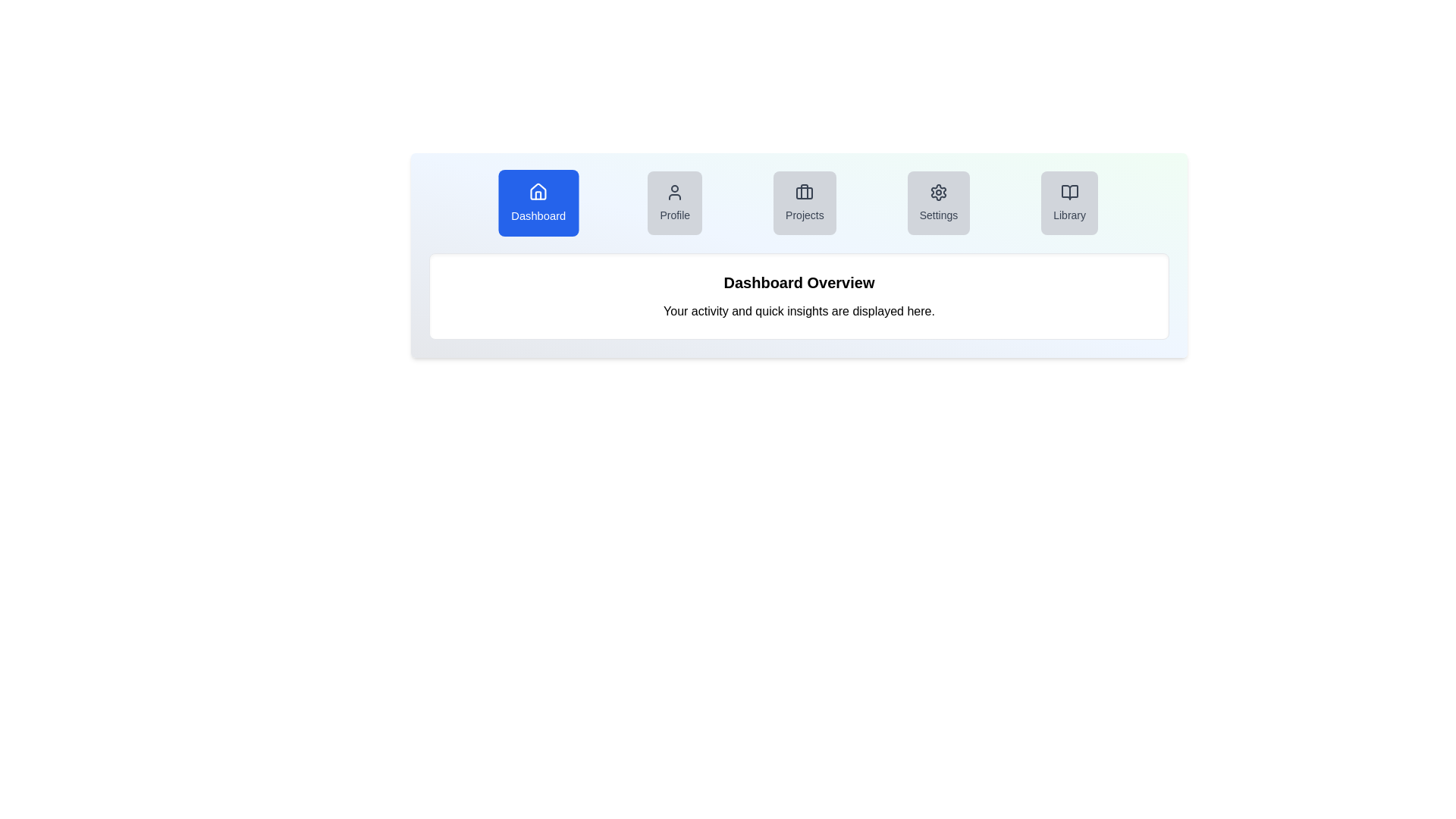 The image size is (1456, 819). What do you see at coordinates (538, 215) in the screenshot?
I see `the Static text element labeled 'Dashboard' which is located below the house icon in the navigation grid` at bounding box center [538, 215].